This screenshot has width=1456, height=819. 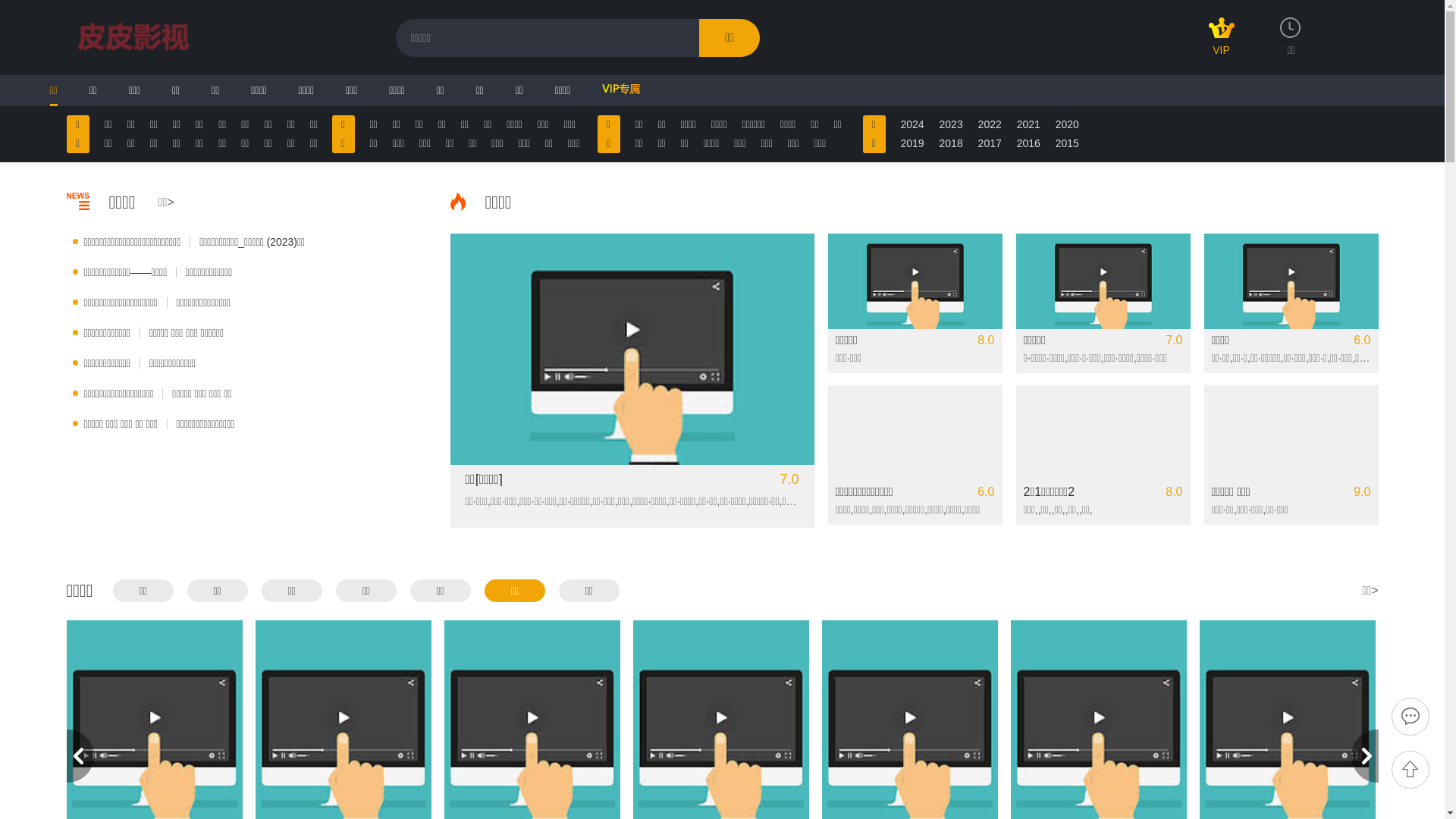 I want to click on '2021', so click(x=1028, y=124).